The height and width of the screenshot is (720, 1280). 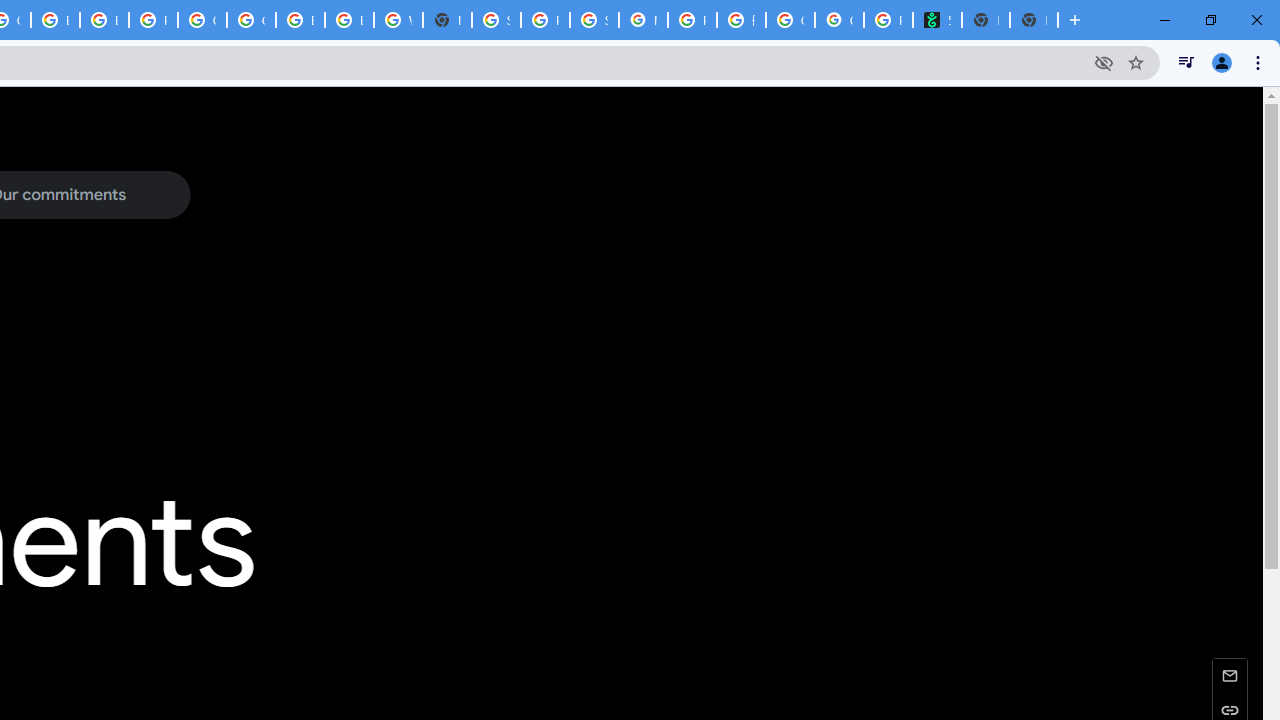 I want to click on 'Third-party cookies blocked', so click(x=1103, y=61).